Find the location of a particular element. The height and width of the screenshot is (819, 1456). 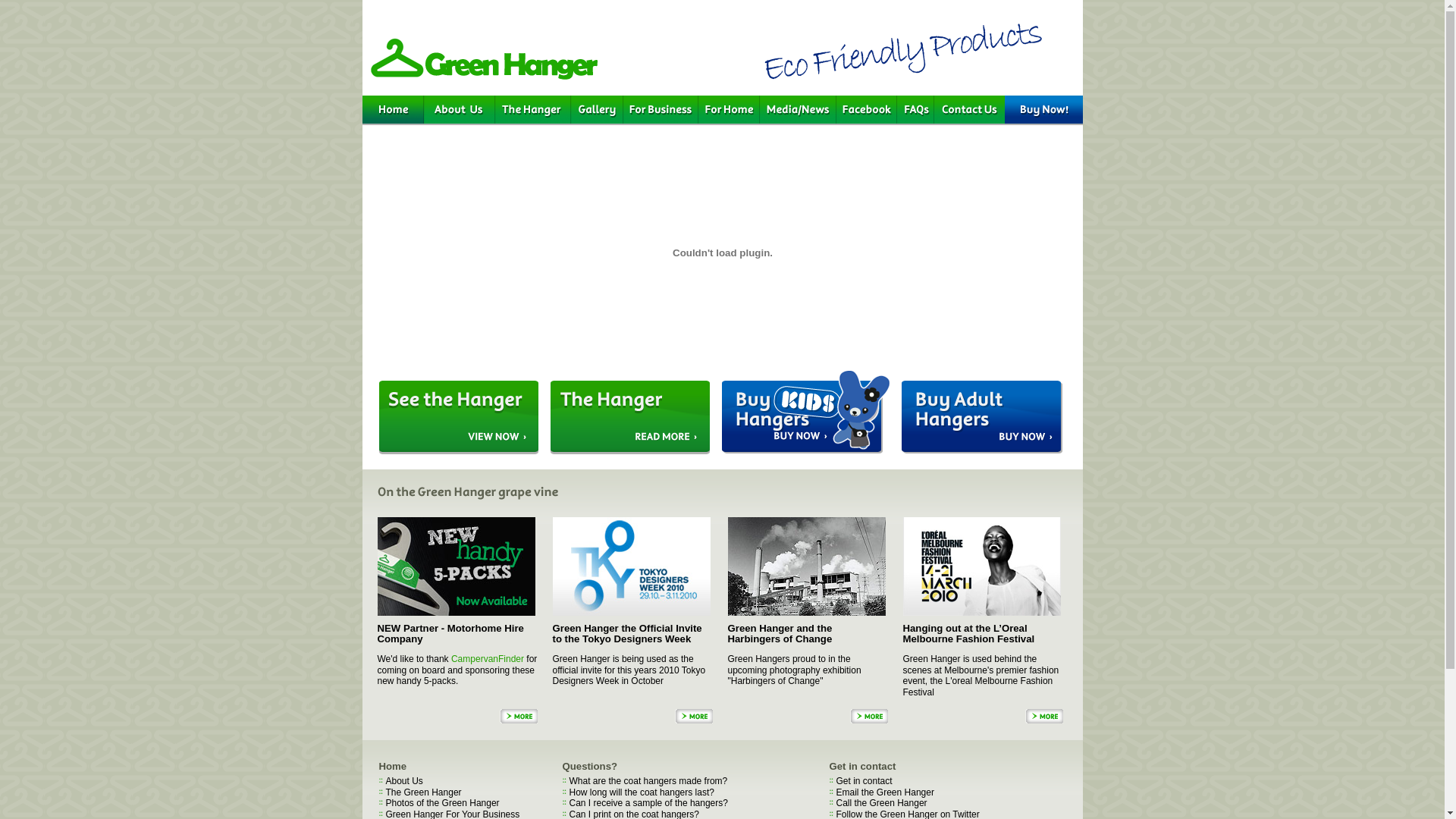

'CampervanFinder' is located at coordinates (488, 657).